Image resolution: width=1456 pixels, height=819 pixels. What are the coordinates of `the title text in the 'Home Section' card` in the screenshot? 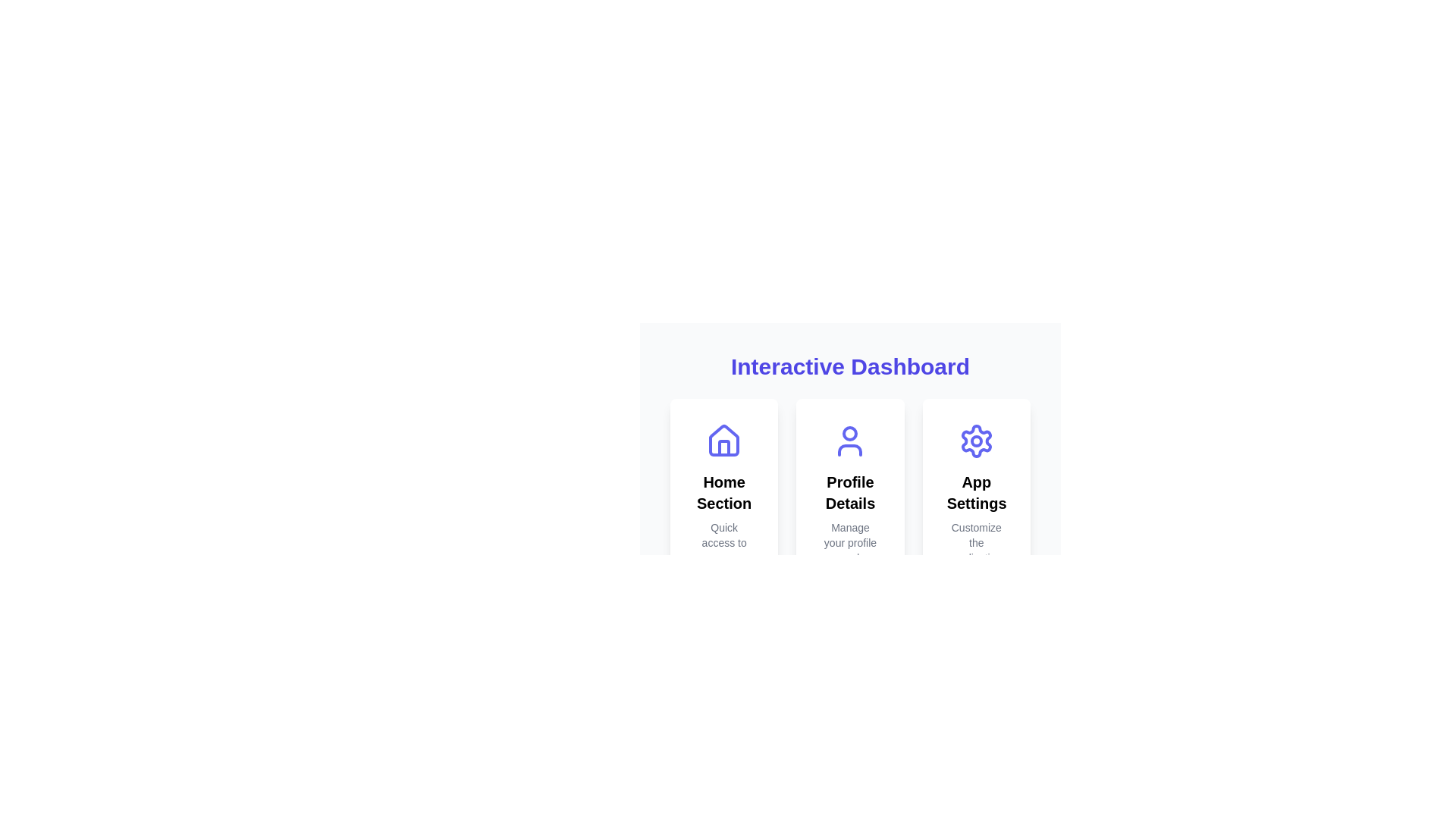 It's located at (723, 493).